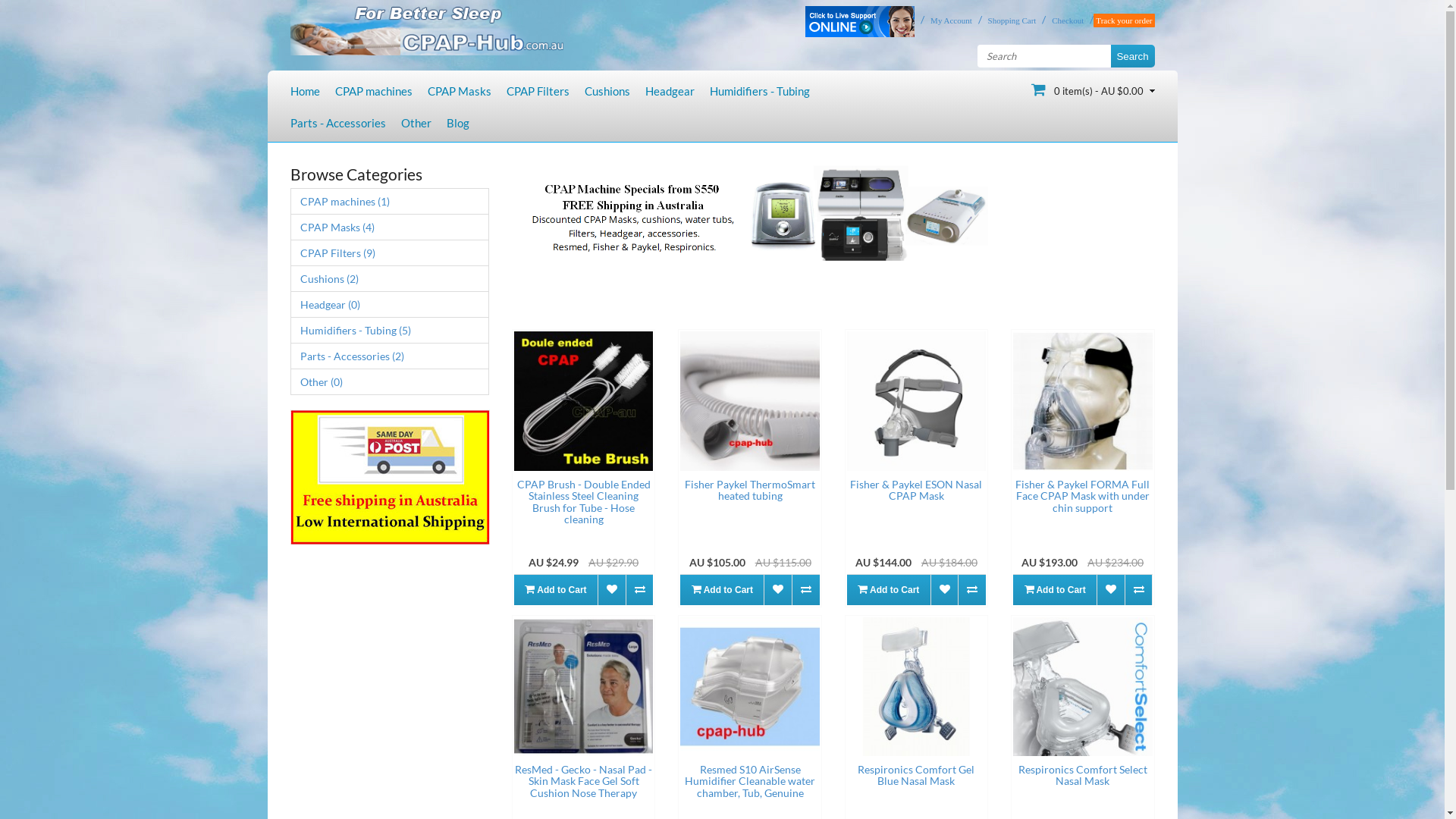 This screenshot has height=819, width=1456. Describe the element at coordinates (457, 122) in the screenshot. I see `'Blog'` at that location.